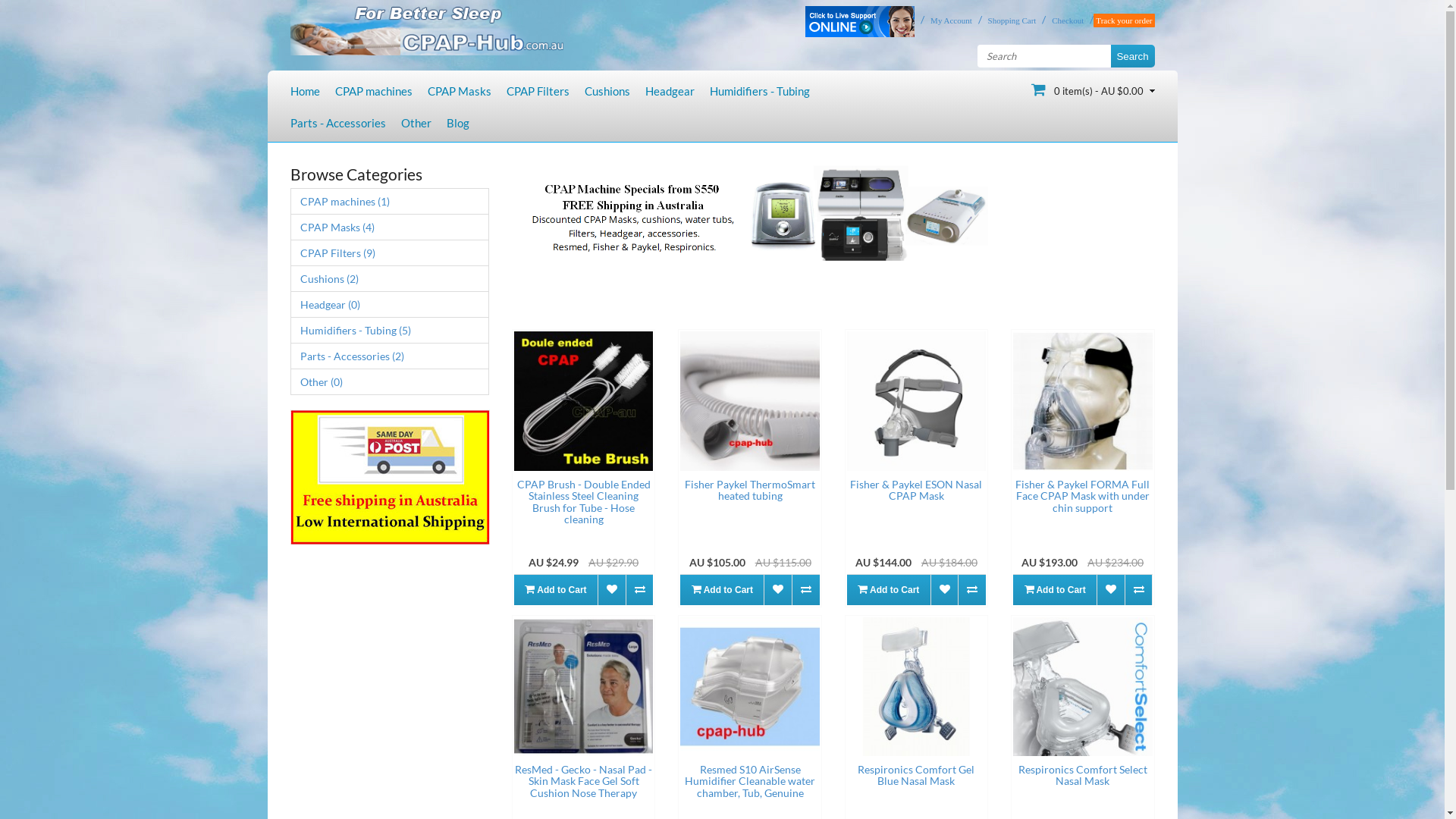 This screenshot has height=819, width=1456. Describe the element at coordinates (457, 122) in the screenshot. I see `'Blog'` at that location.